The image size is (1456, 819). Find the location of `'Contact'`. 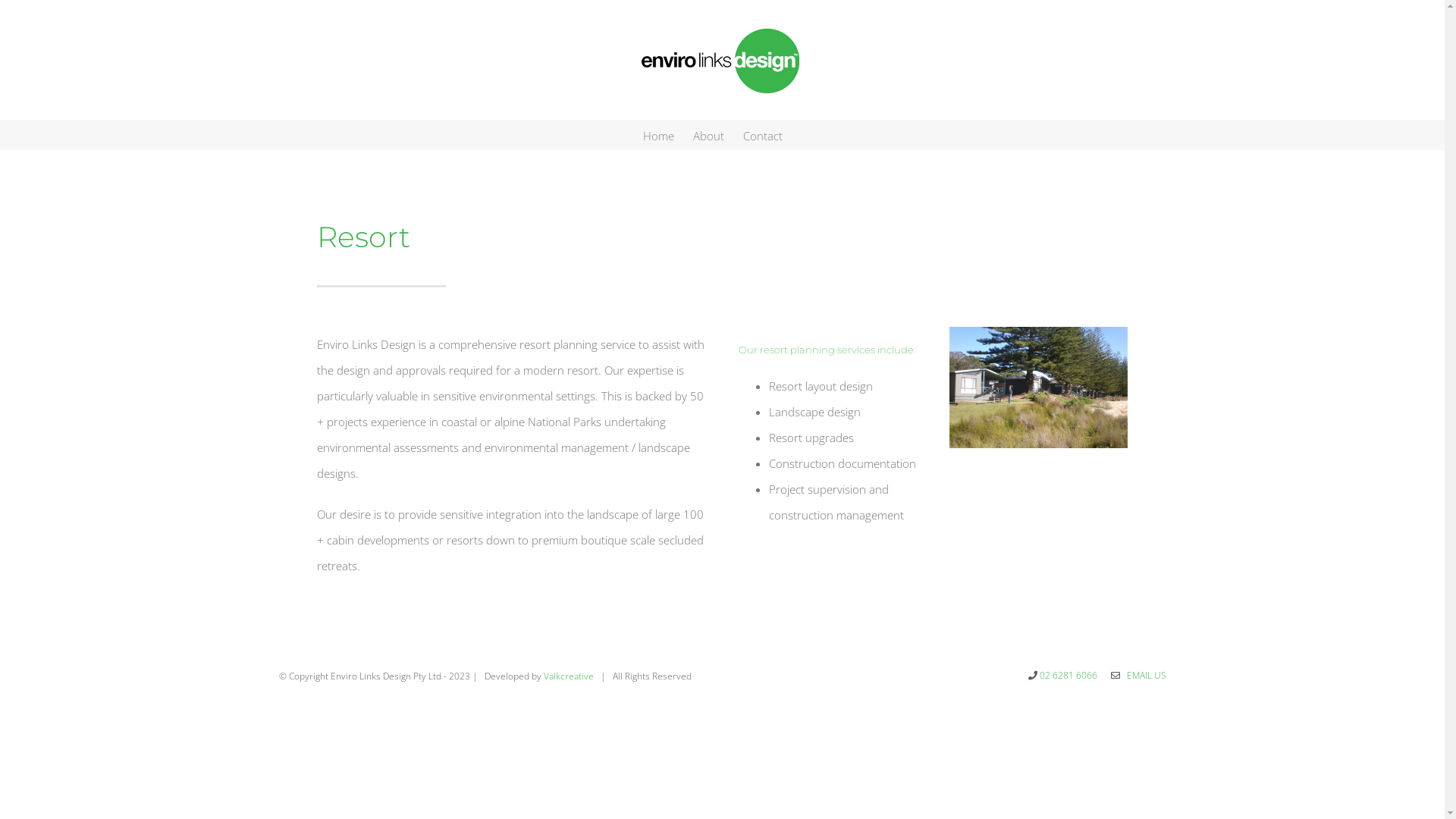

'Contact' is located at coordinates (763, 133).